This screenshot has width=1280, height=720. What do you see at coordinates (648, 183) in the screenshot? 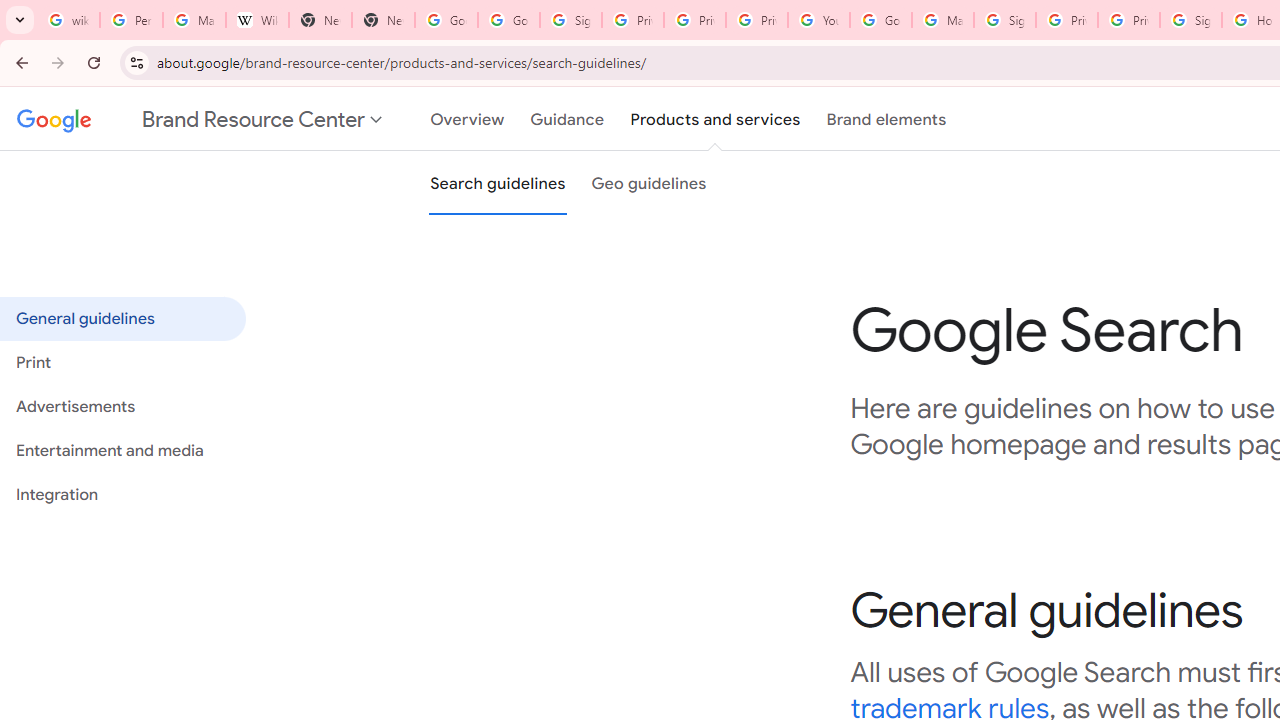
I see `'Geo guidelines'` at bounding box center [648, 183].